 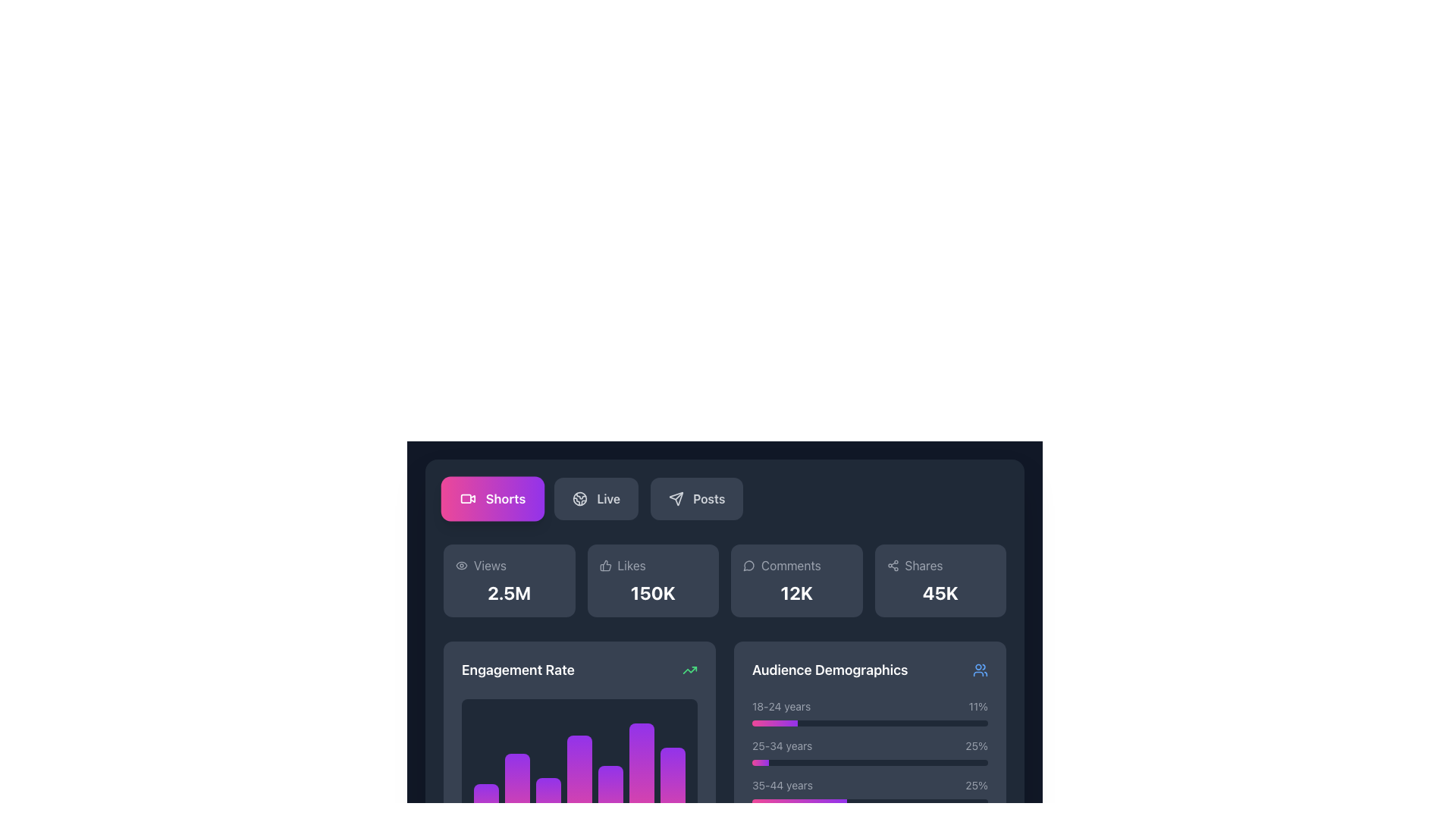 I want to click on the design of the globe icon located to the left of the 'Live' button in the navigation bar, so click(x=579, y=499).